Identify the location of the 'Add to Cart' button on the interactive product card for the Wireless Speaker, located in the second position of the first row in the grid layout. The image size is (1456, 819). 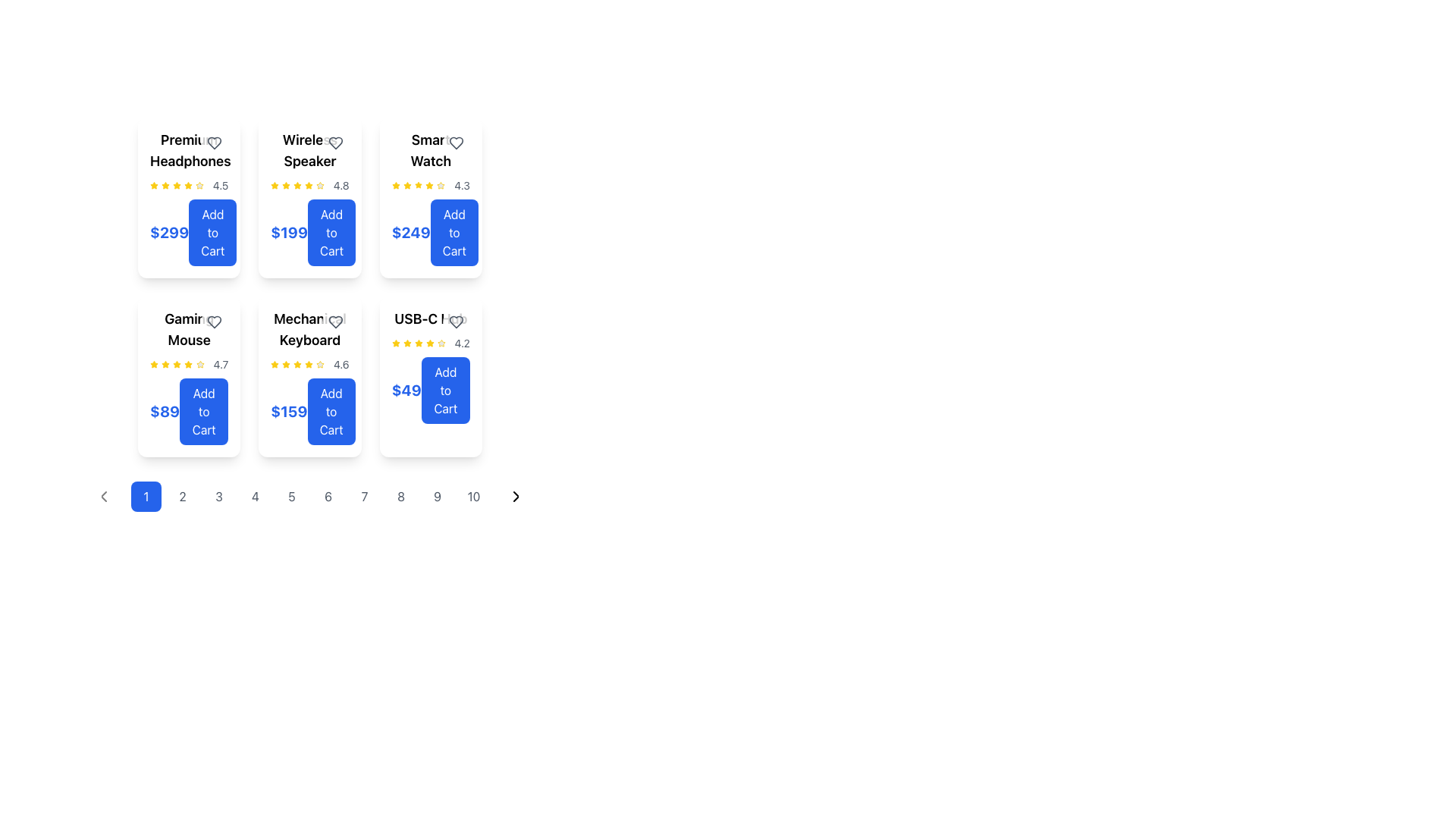
(309, 197).